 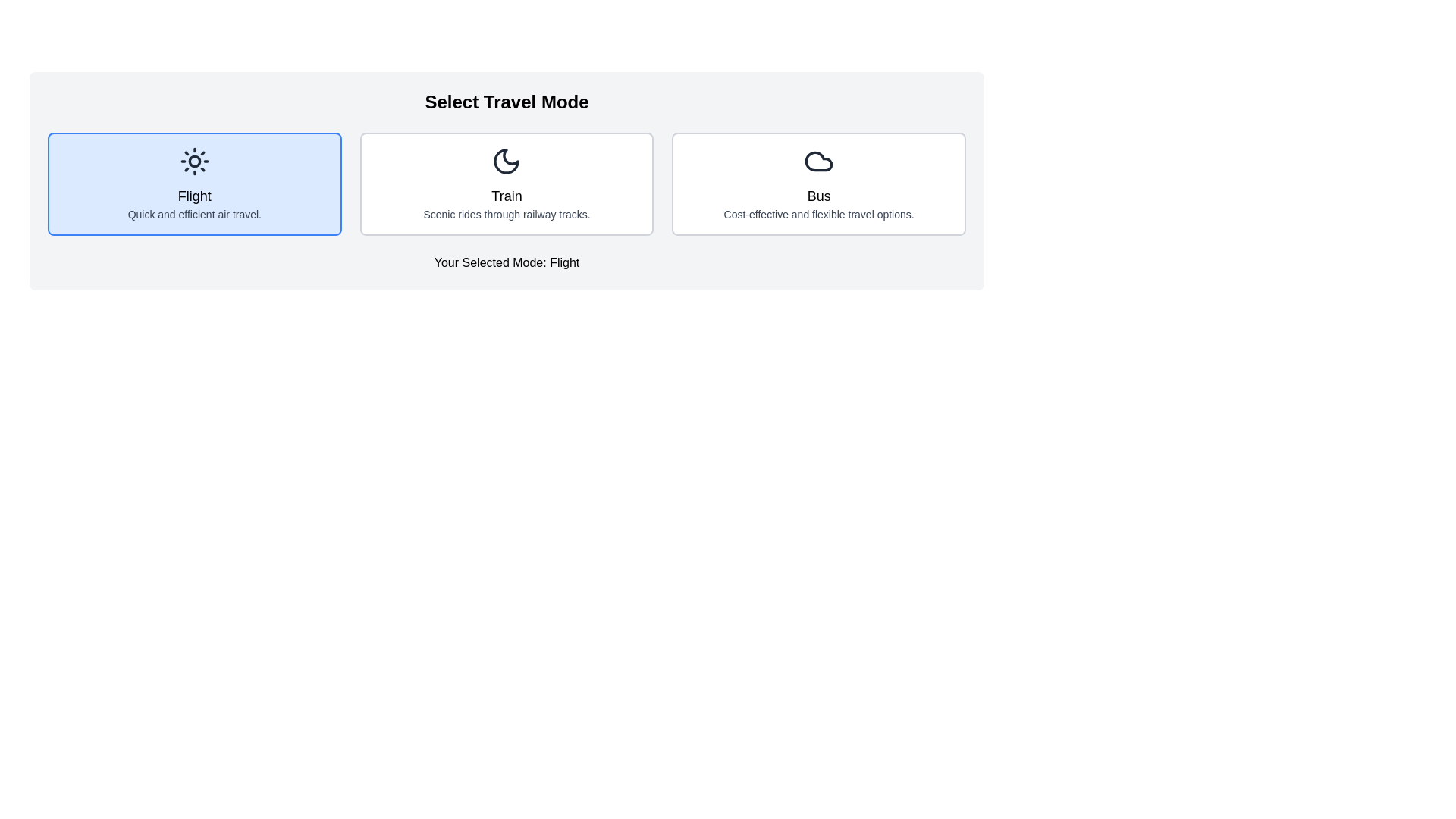 What do you see at coordinates (818, 195) in the screenshot?
I see `the Text label displaying 'Bus' which is located in the rightmost card of a horizontal row, centered beneath a cloud icon and above a smaller description` at bounding box center [818, 195].